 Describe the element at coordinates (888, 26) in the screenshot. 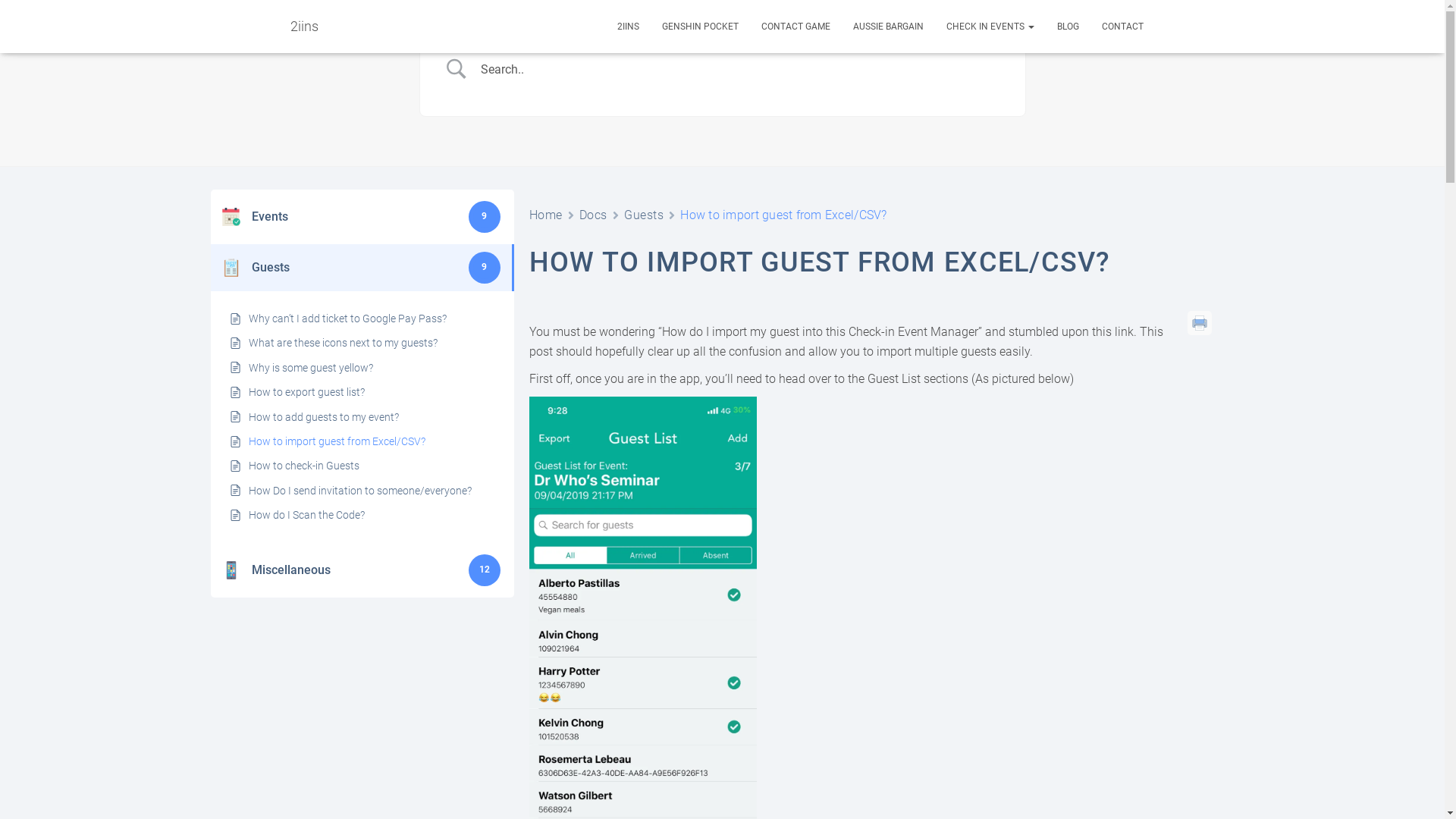

I see `'AUSSIE BARGAIN'` at that location.